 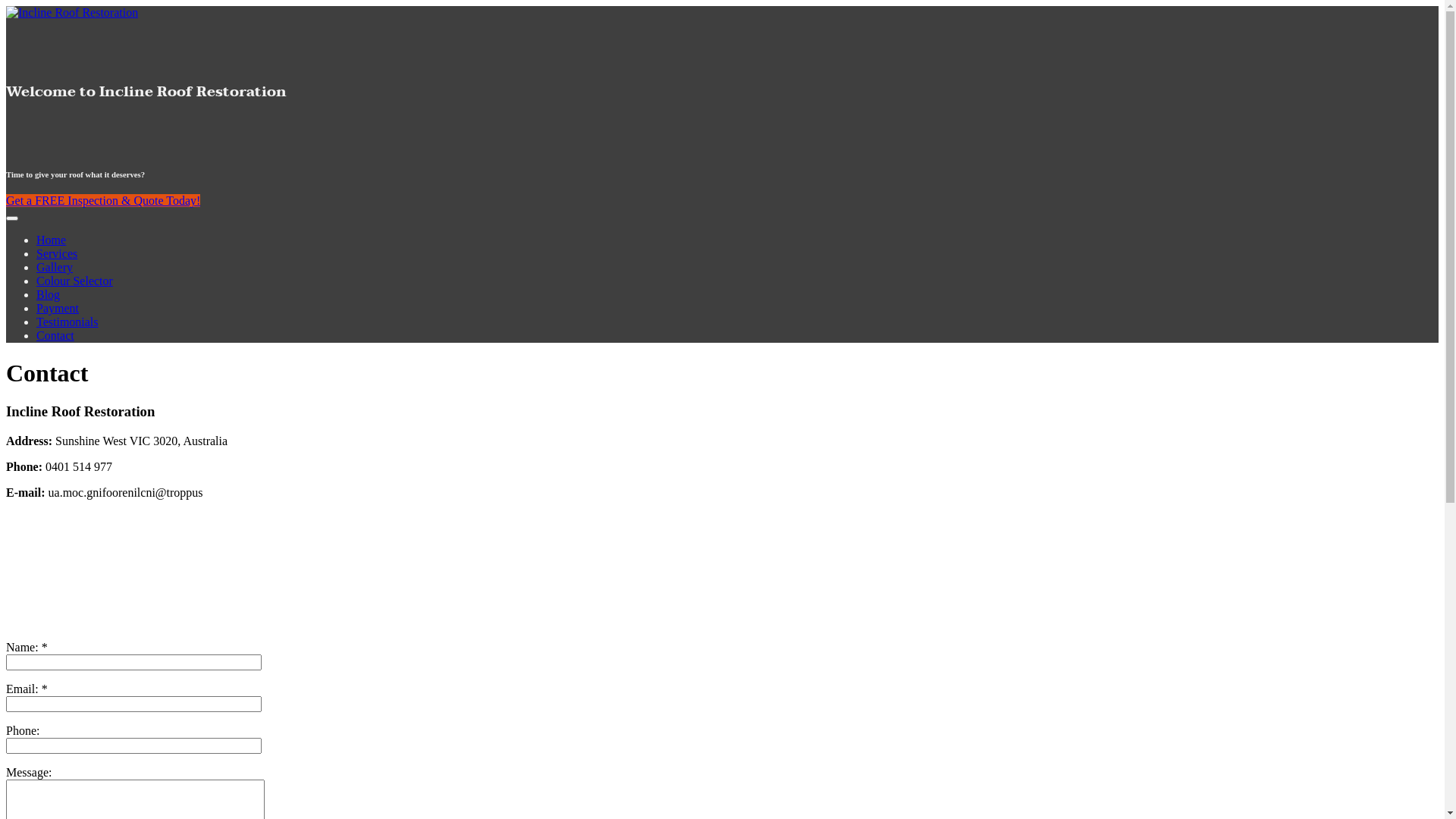 I want to click on 'Gallery', so click(x=55, y=266).